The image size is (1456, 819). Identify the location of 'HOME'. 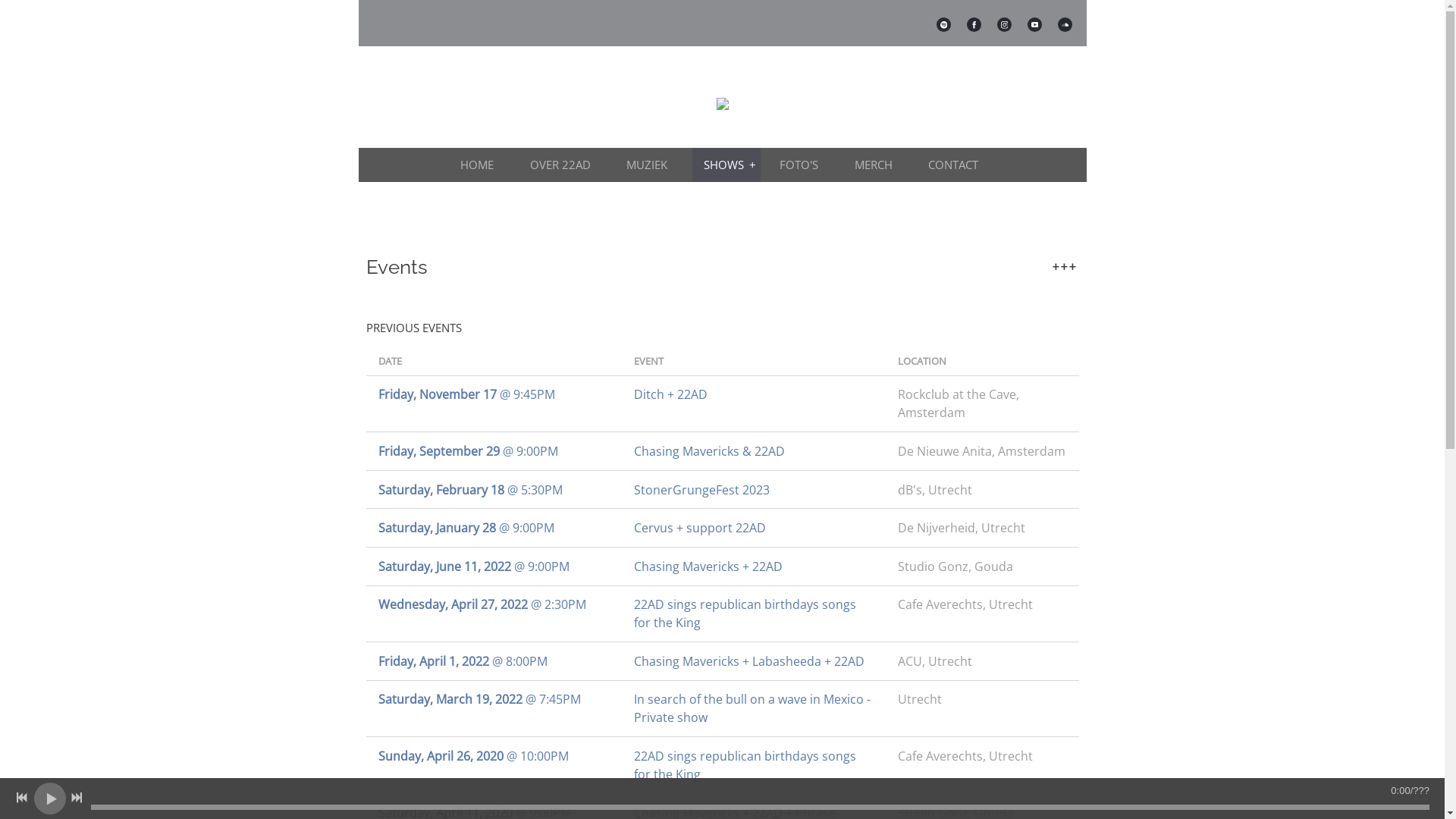
(479, 165).